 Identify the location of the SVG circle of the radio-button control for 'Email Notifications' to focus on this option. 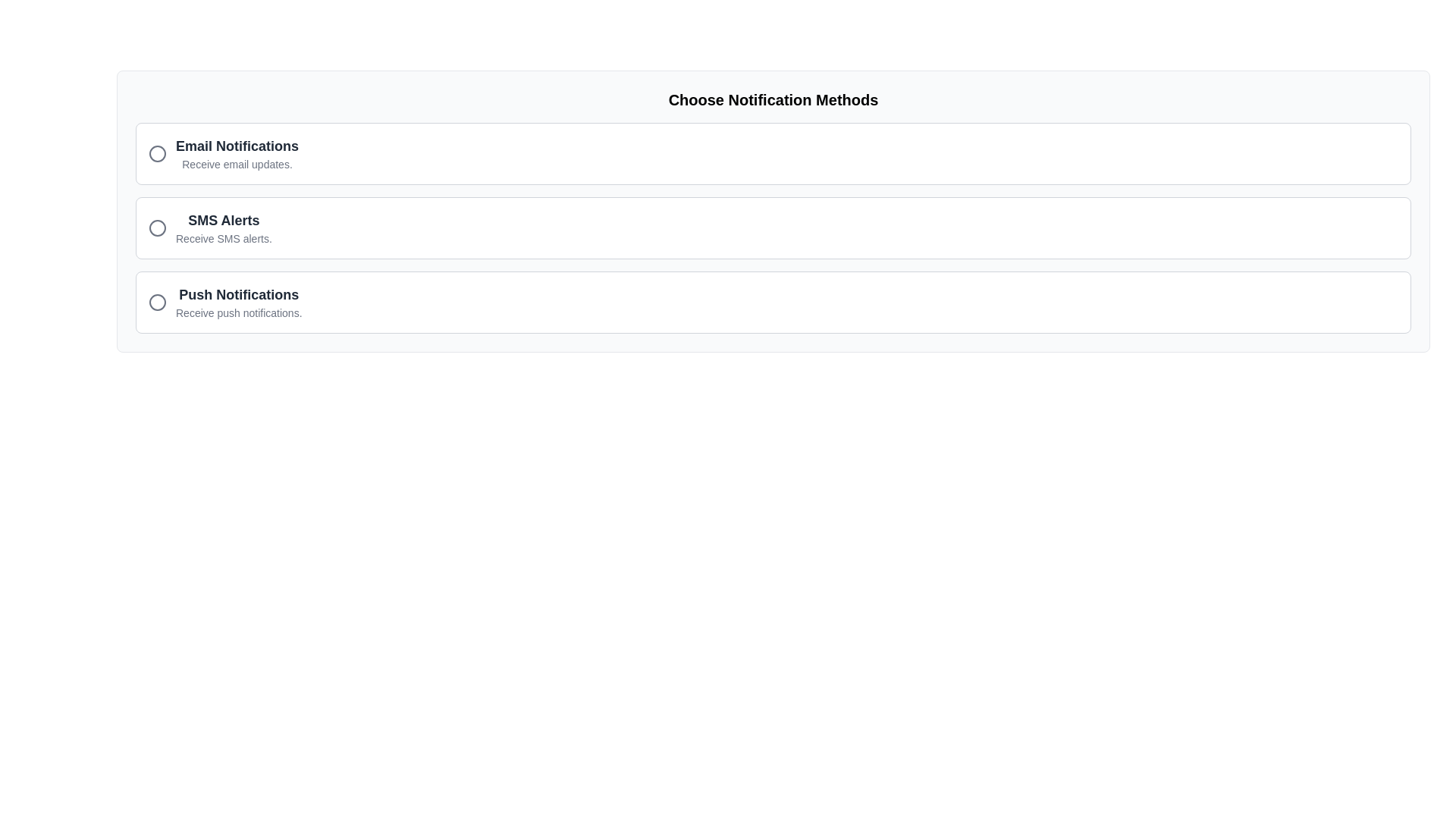
(157, 154).